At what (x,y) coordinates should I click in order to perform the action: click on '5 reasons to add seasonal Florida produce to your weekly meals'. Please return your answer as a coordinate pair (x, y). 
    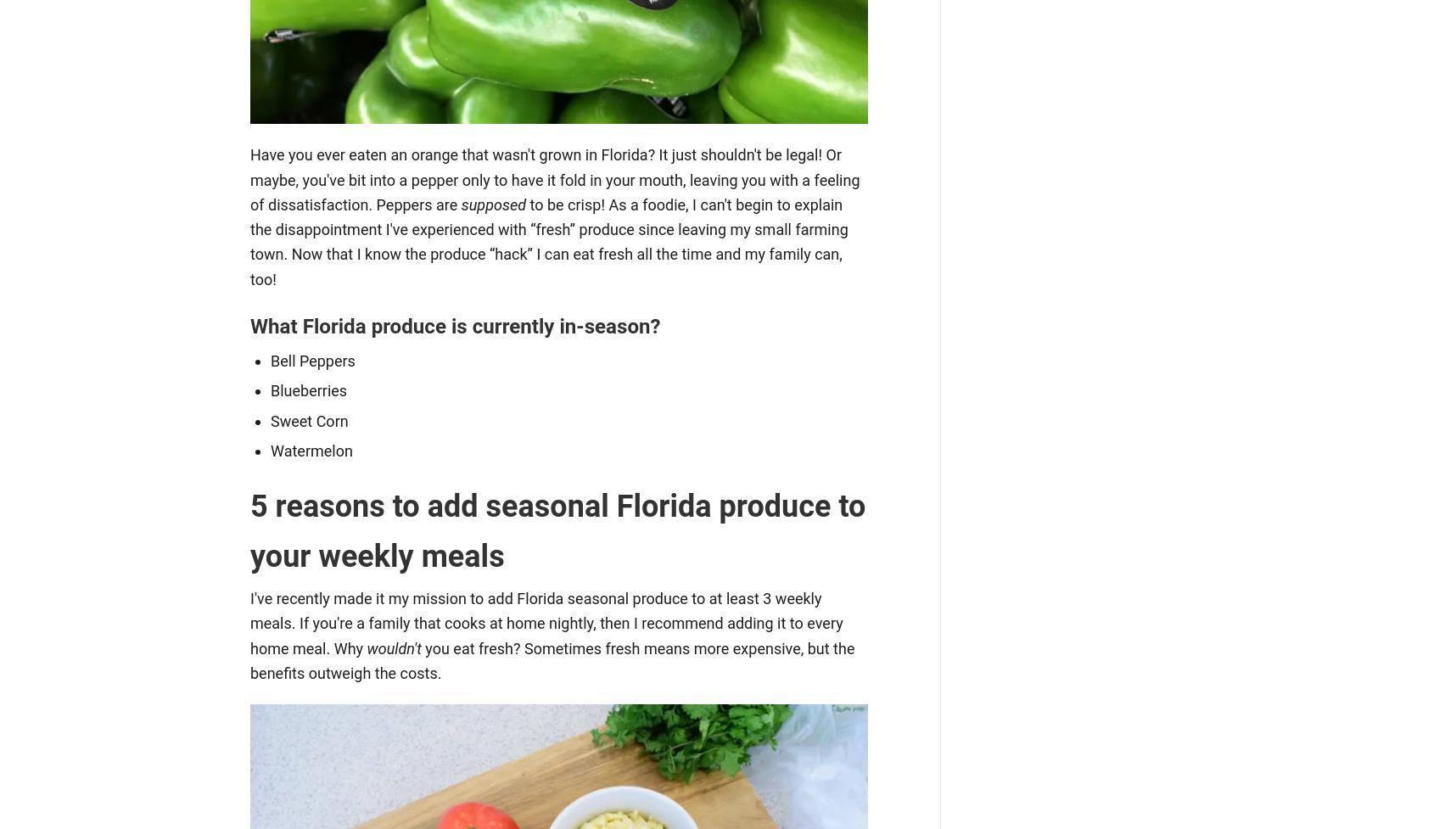
    Looking at the image, I should click on (557, 529).